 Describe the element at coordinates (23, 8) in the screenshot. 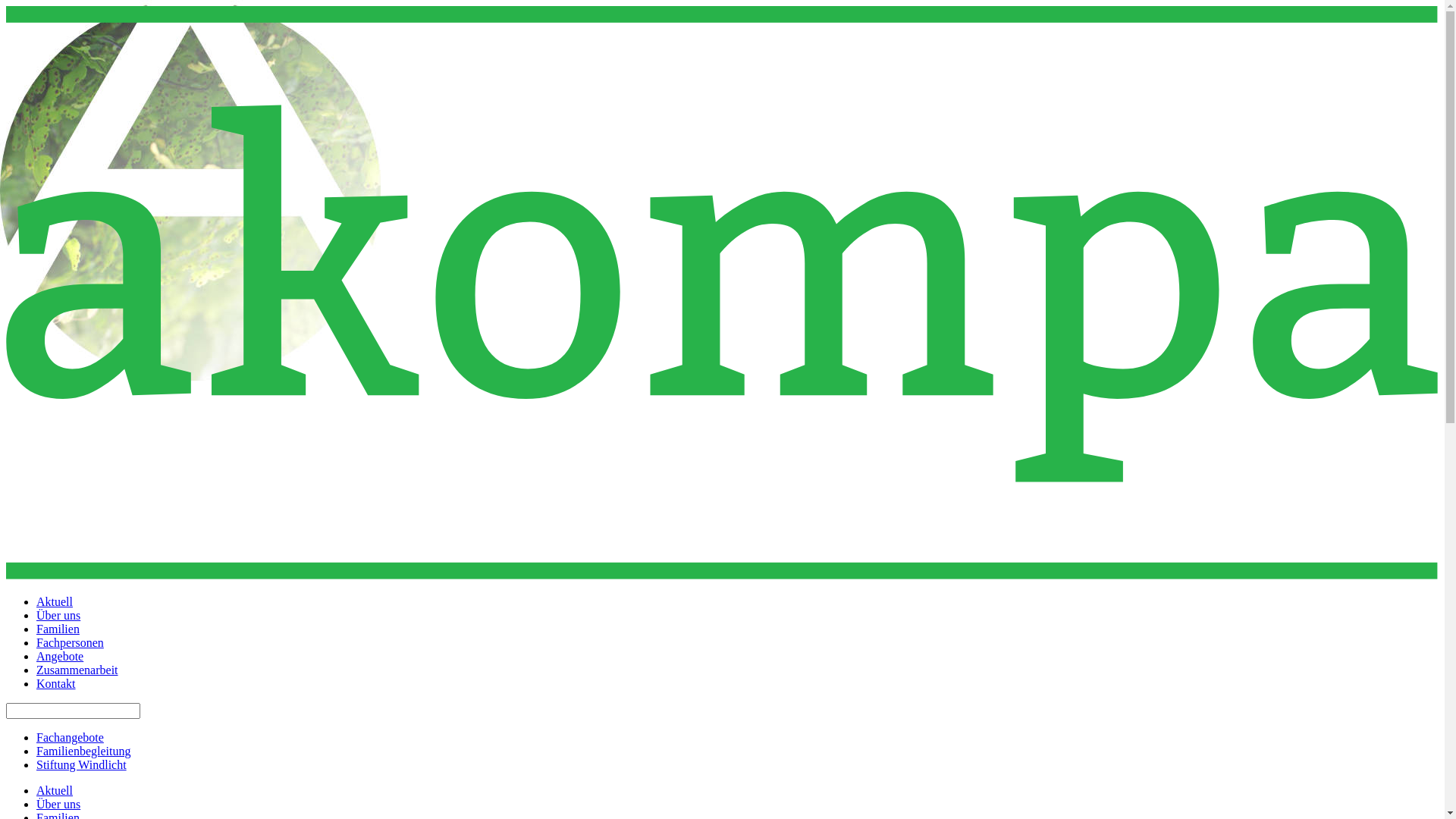

I see `'Suchen'` at that location.